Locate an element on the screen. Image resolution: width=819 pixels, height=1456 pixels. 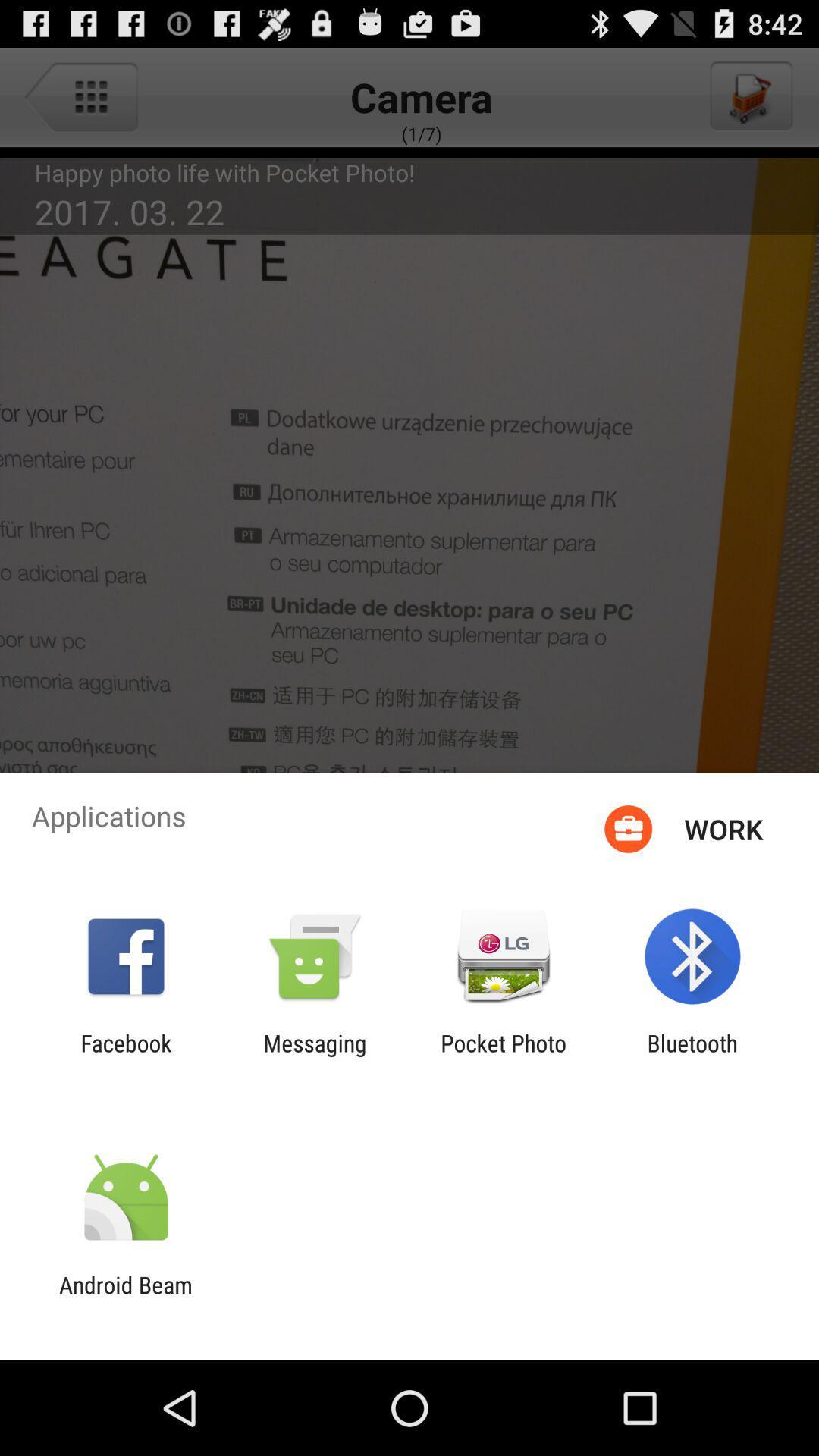
the item to the right of the messaging app is located at coordinates (504, 1056).